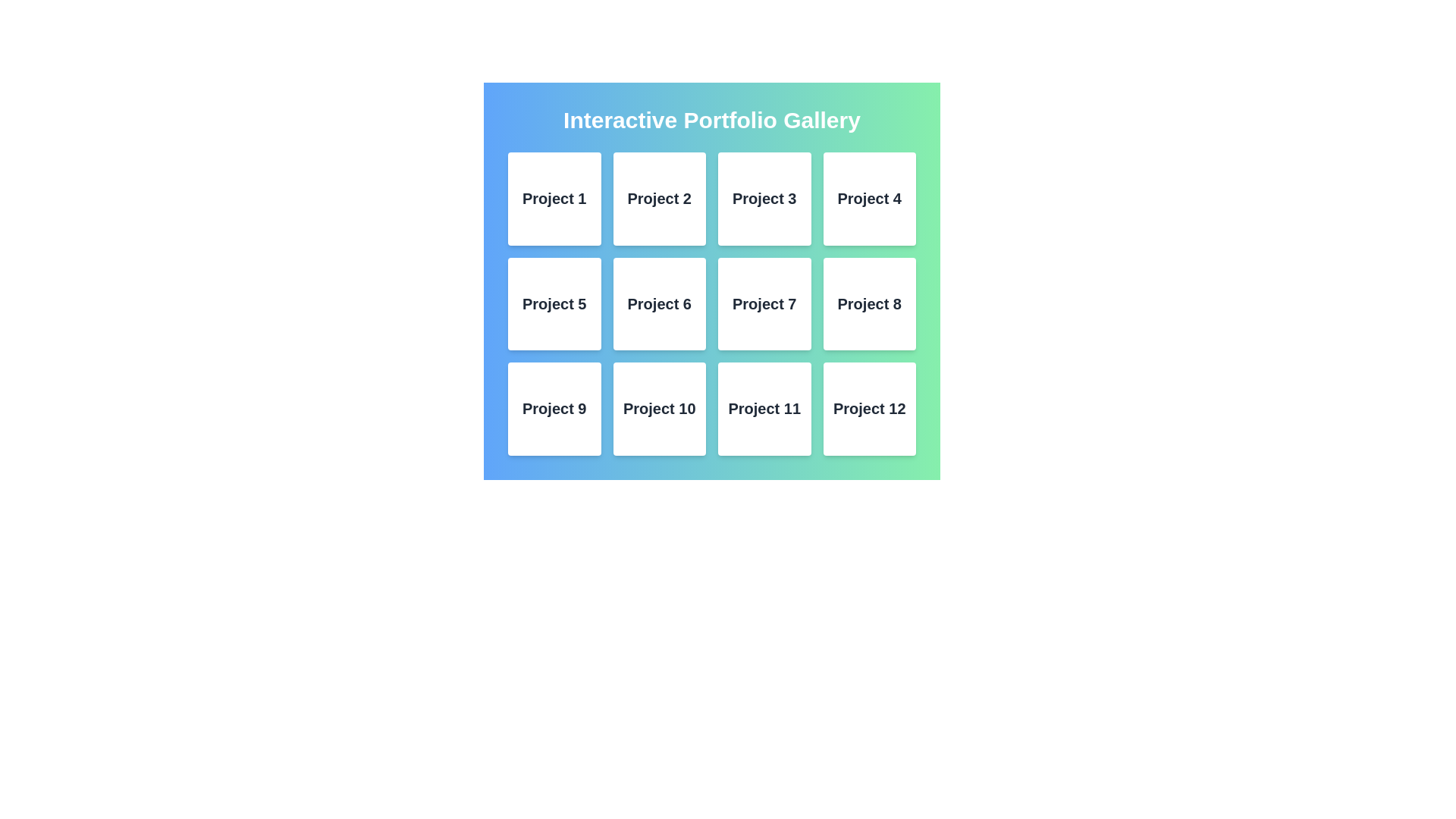 The width and height of the screenshot is (1456, 819). Describe the element at coordinates (554, 408) in the screenshot. I see `the project card for 'Project 9' located in the third row and first column of the interactive portfolio gallery` at that location.